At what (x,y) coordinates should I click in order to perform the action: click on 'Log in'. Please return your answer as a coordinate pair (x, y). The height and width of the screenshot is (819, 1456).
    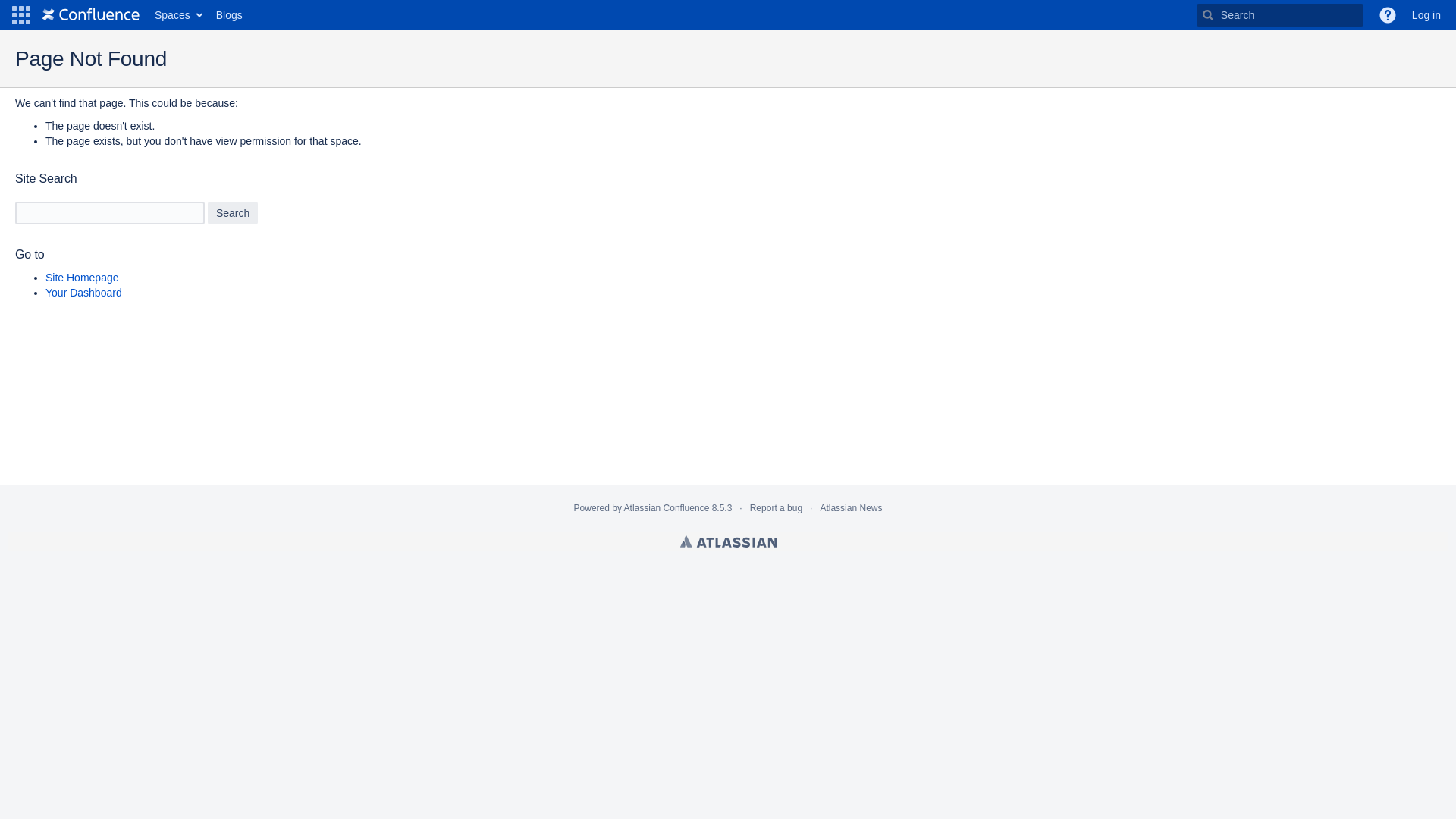
    Looking at the image, I should click on (1426, 14).